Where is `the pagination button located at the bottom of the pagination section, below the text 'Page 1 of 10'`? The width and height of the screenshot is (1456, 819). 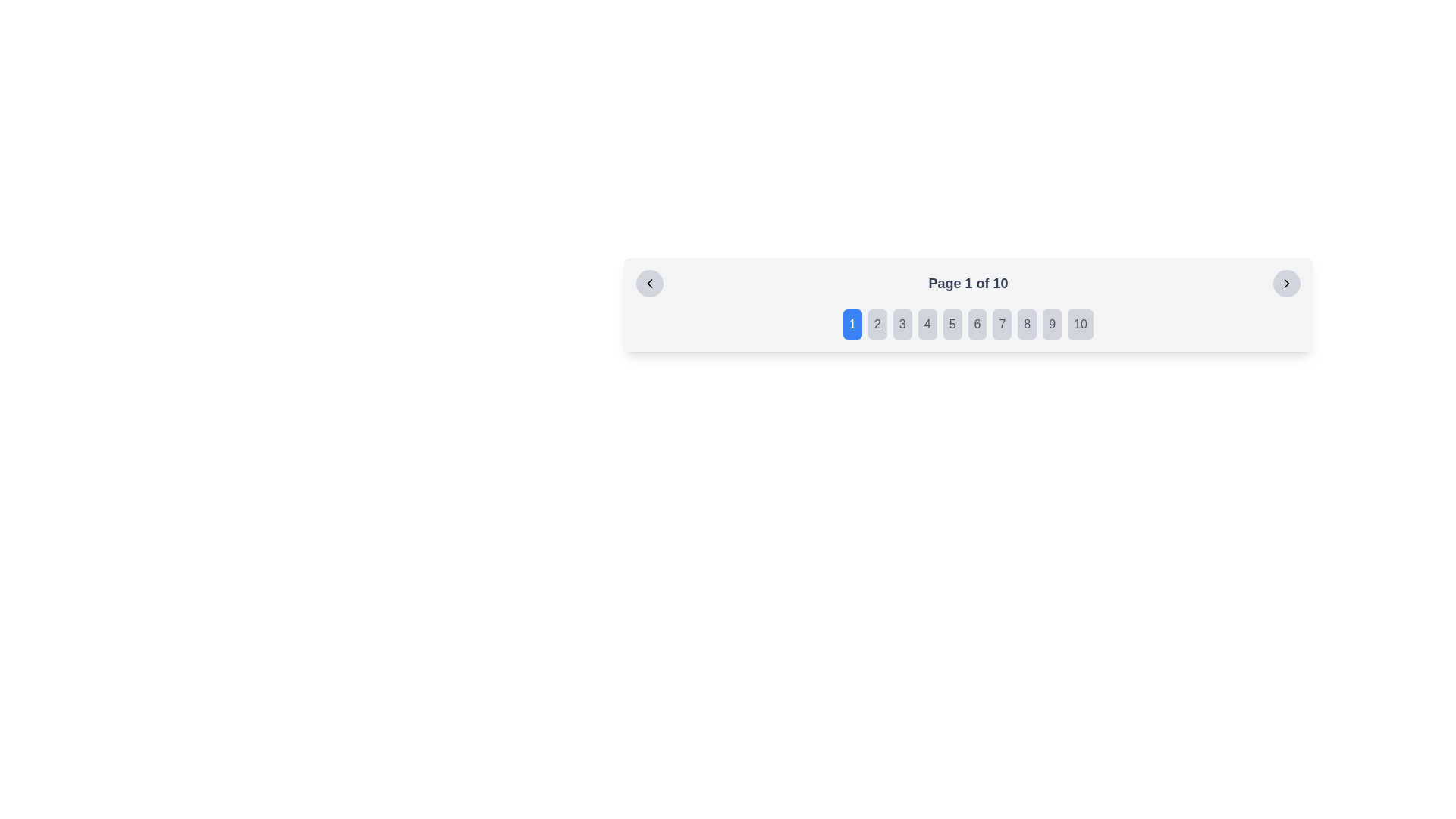
the pagination button located at the bottom of the pagination section, below the text 'Page 1 of 10' is located at coordinates (967, 324).